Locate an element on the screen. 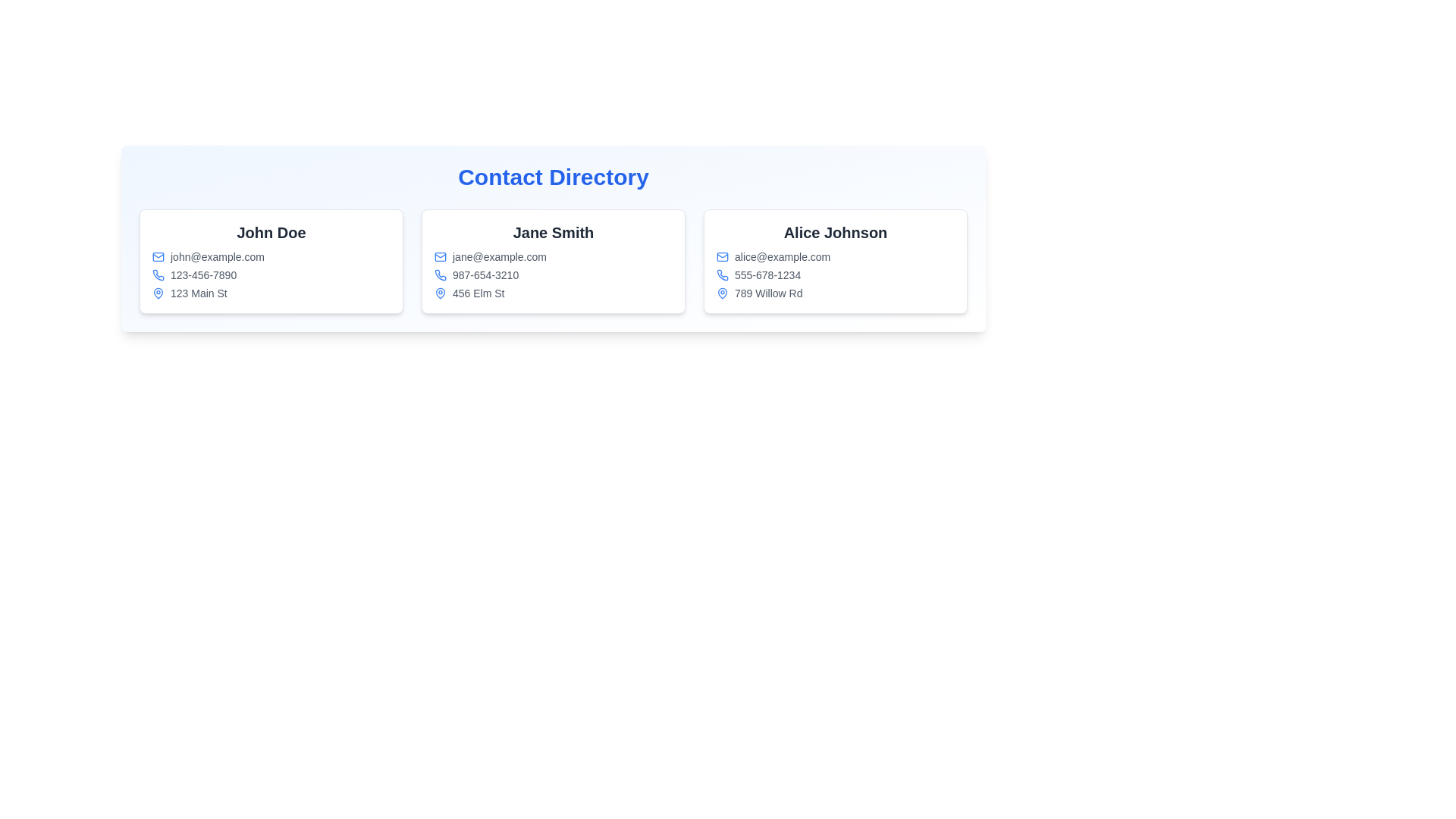 The image size is (1456, 819). the phone contact icon located to the left of the phone number in the contact details of 'Jane Smith' within the middle contact card is located at coordinates (439, 275).